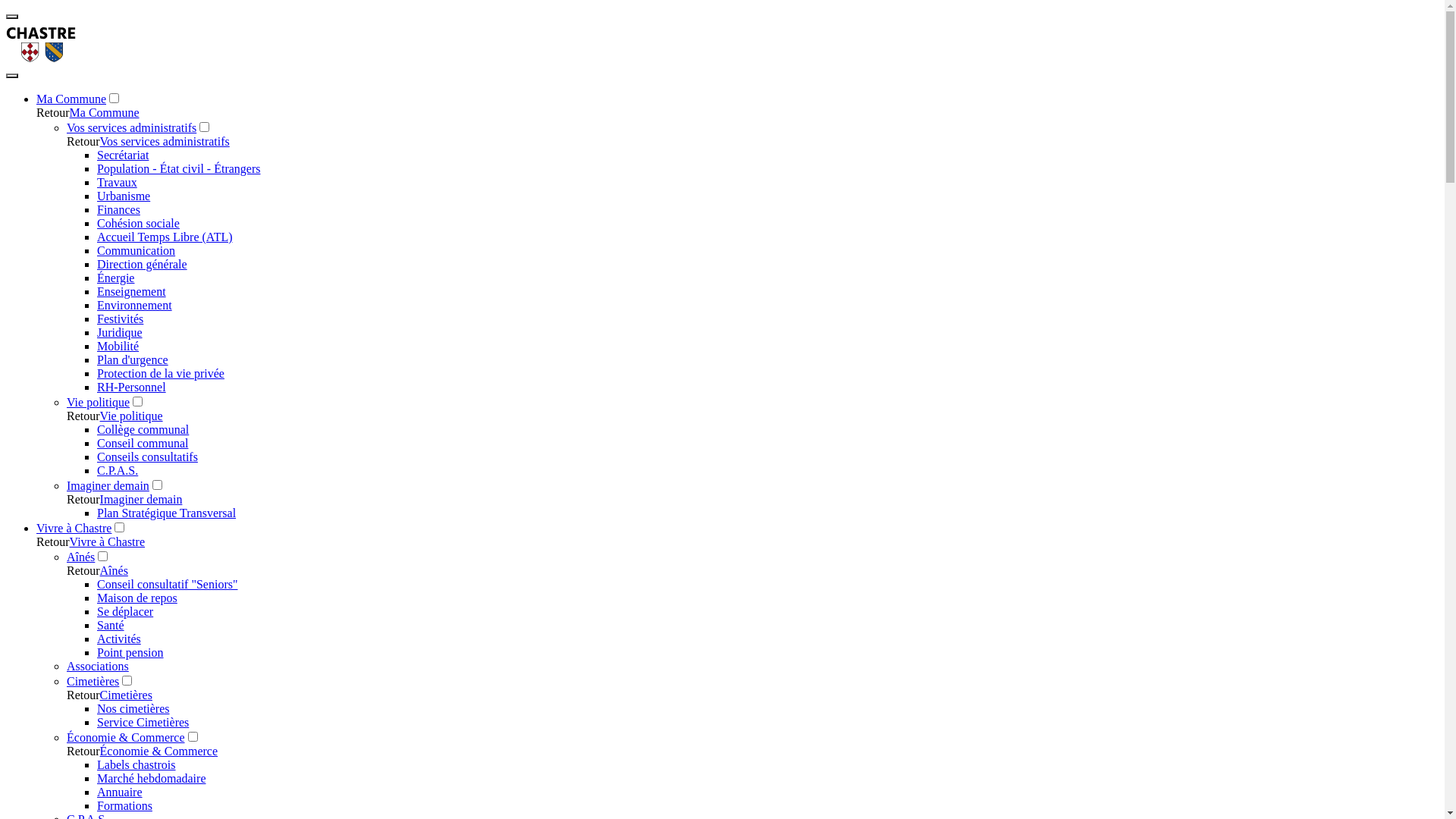 This screenshot has width=1456, height=819. What do you see at coordinates (119, 791) in the screenshot?
I see `'Annuaire'` at bounding box center [119, 791].